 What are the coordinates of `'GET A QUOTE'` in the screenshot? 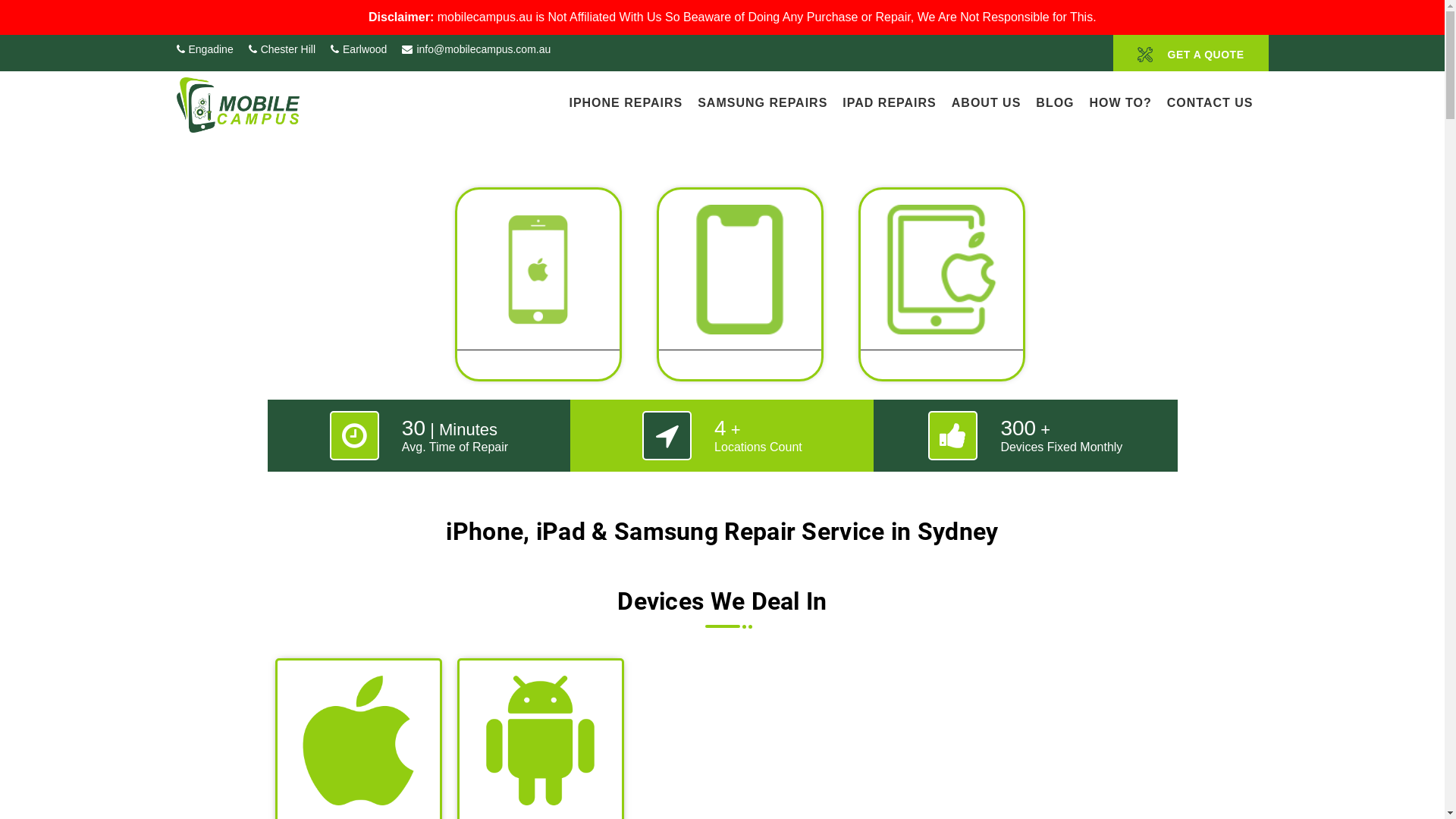 It's located at (1190, 52).